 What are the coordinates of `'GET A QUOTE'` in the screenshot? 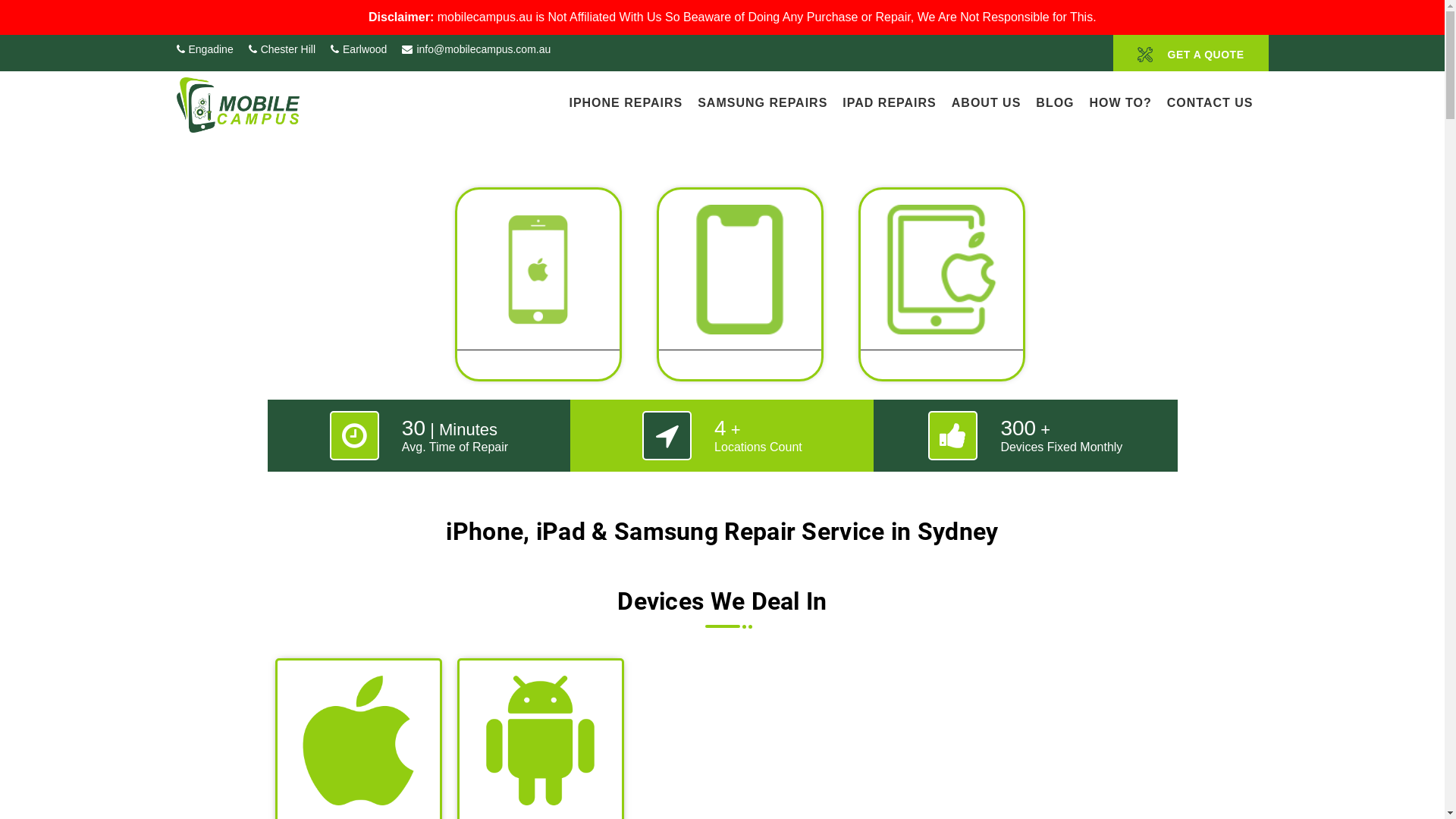 It's located at (1190, 52).